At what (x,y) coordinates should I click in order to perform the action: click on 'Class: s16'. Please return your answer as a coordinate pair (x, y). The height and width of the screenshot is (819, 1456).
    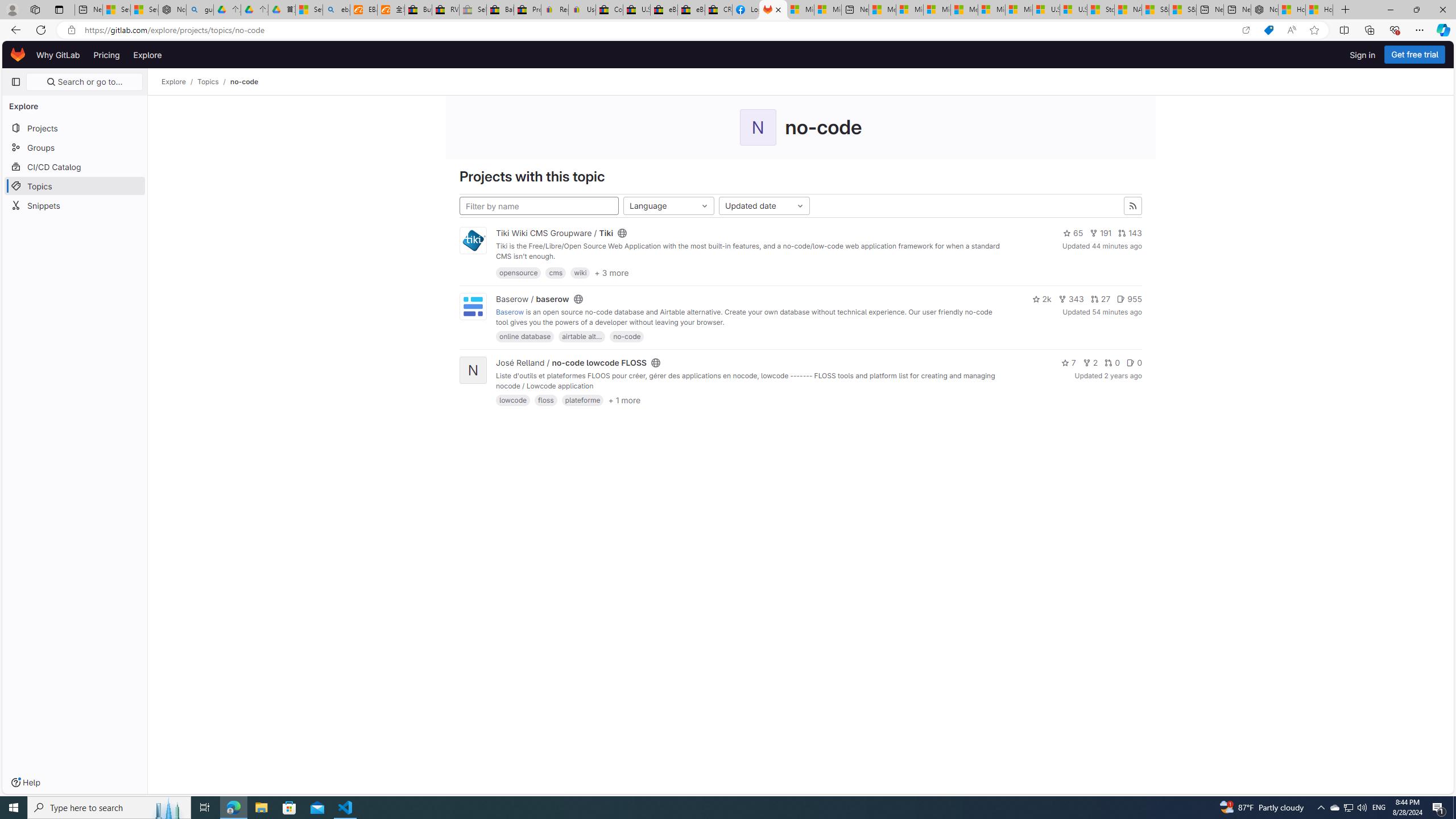
    Looking at the image, I should click on (656, 362).